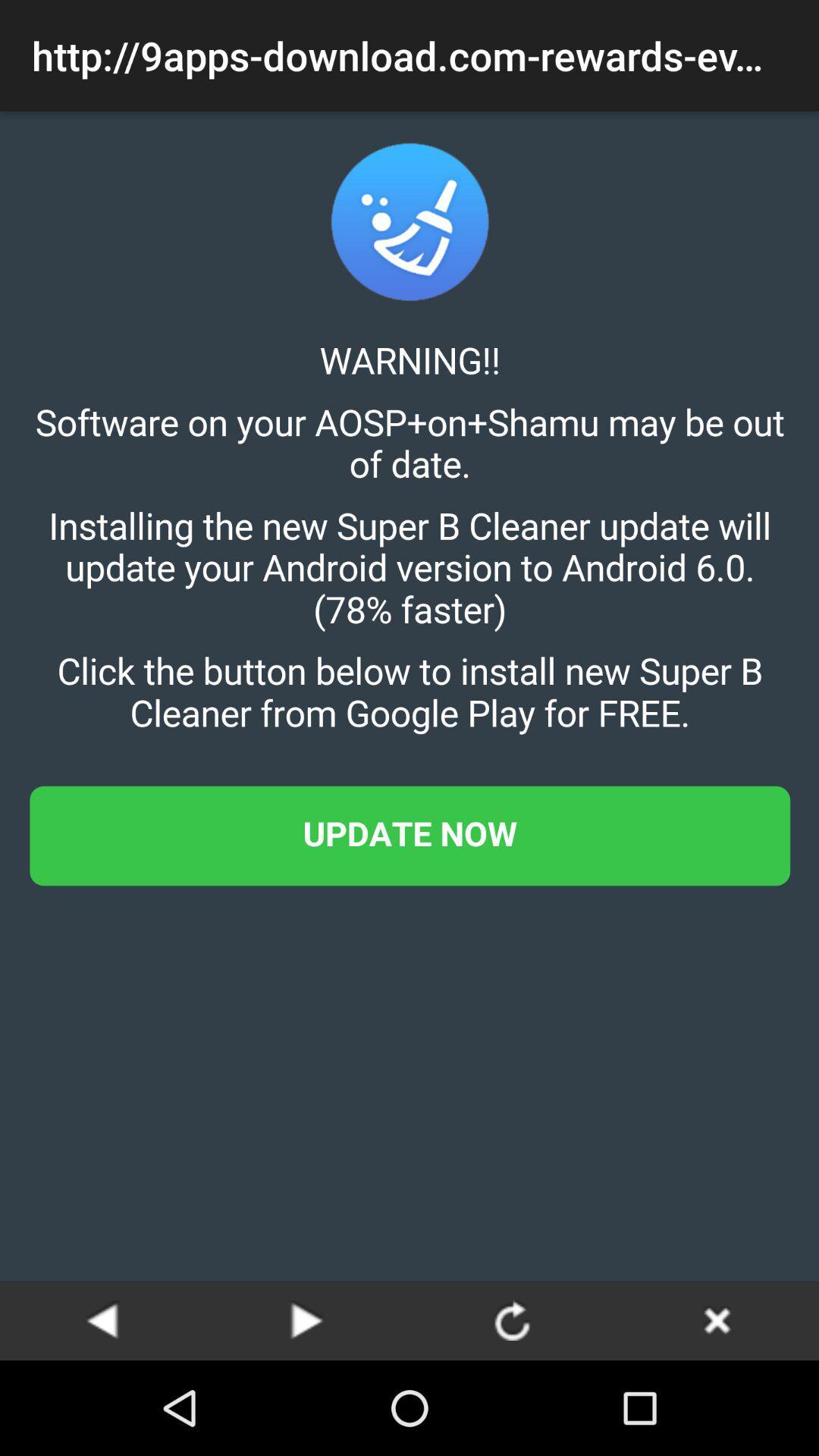 The height and width of the screenshot is (1456, 819). Describe the element at coordinates (102, 1319) in the screenshot. I see `play` at that location.